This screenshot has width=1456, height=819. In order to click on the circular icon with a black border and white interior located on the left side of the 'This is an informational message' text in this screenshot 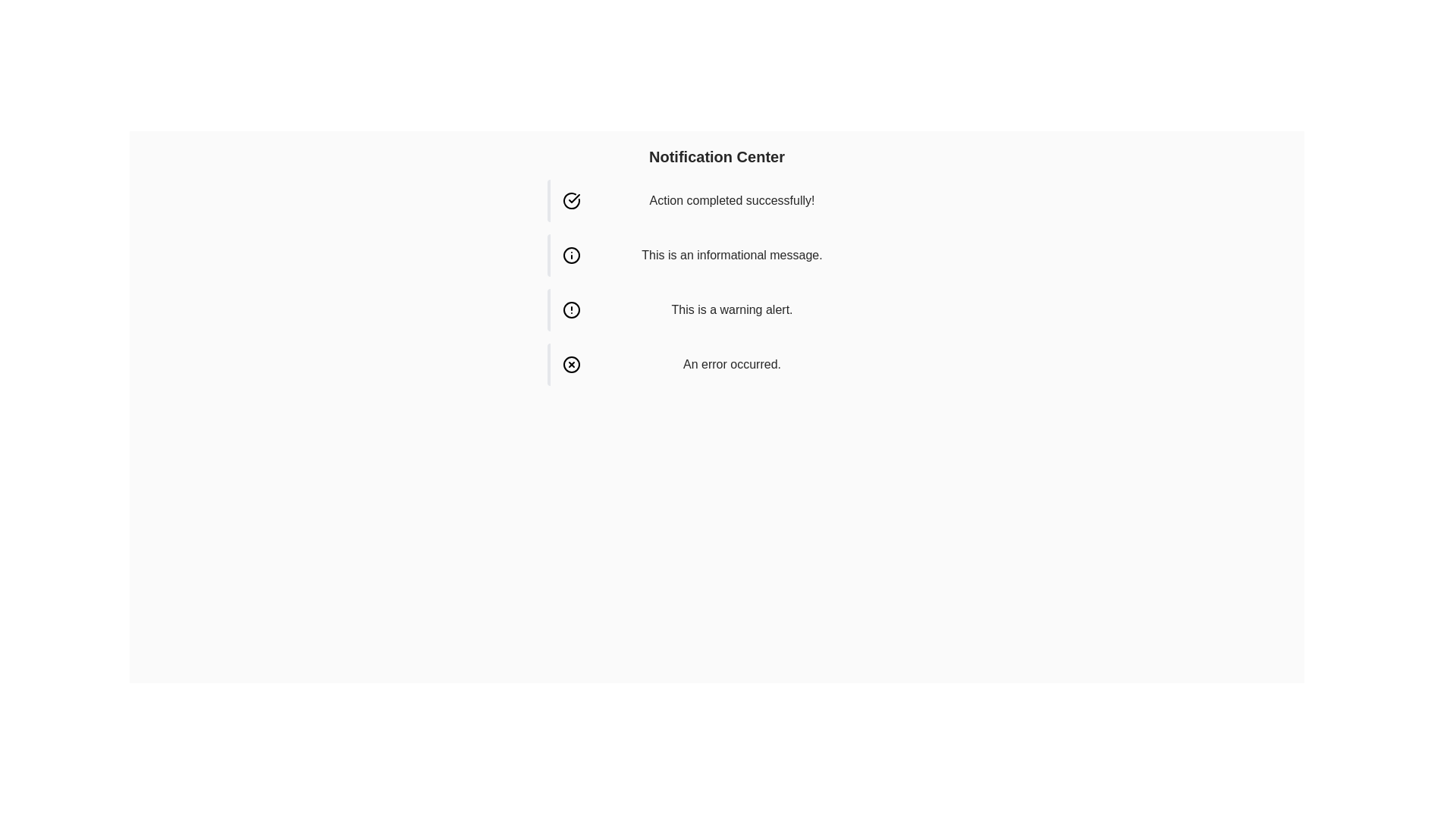, I will do `click(570, 254)`.